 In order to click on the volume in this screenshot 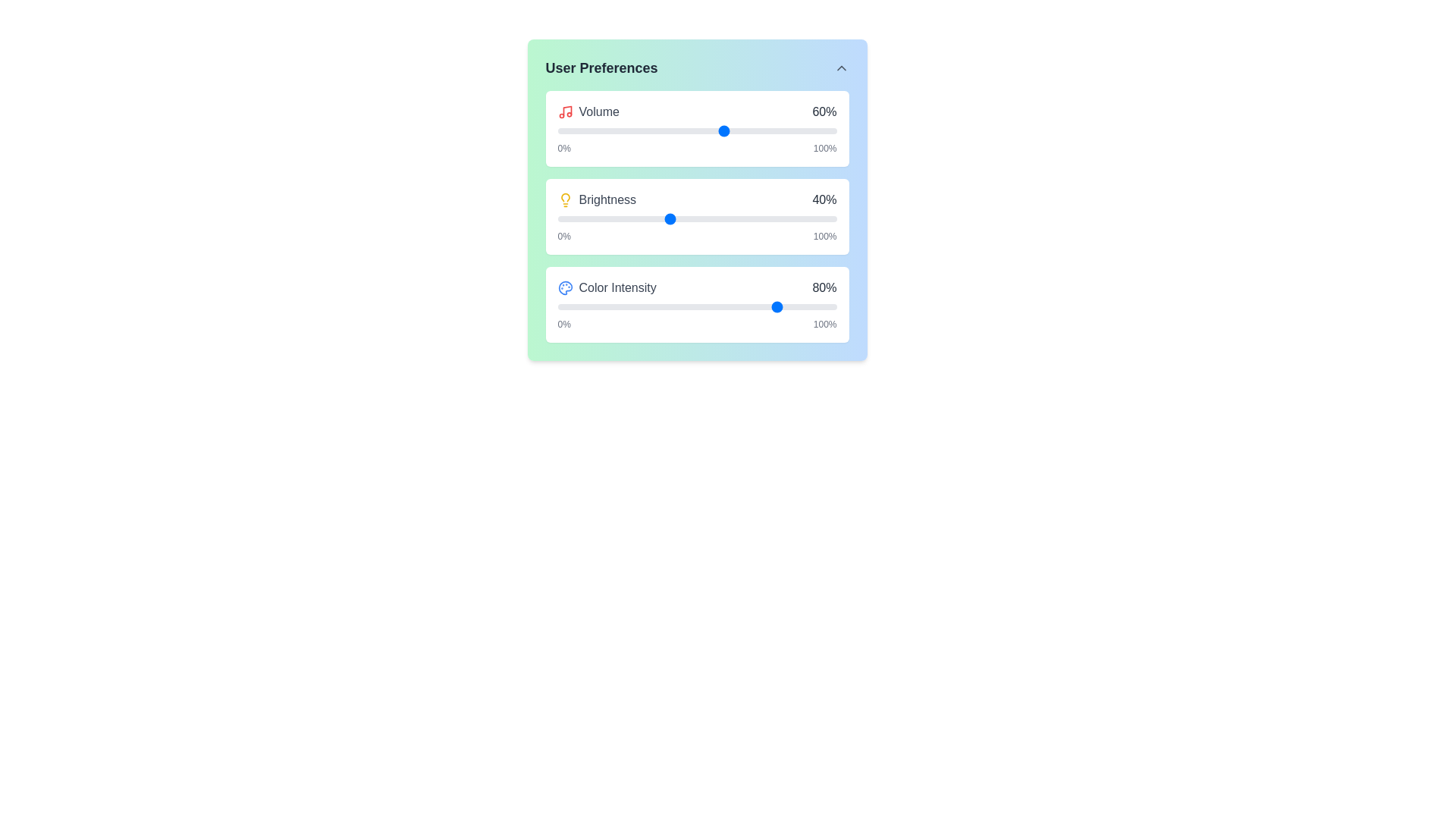, I will do `click(624, 130)`.